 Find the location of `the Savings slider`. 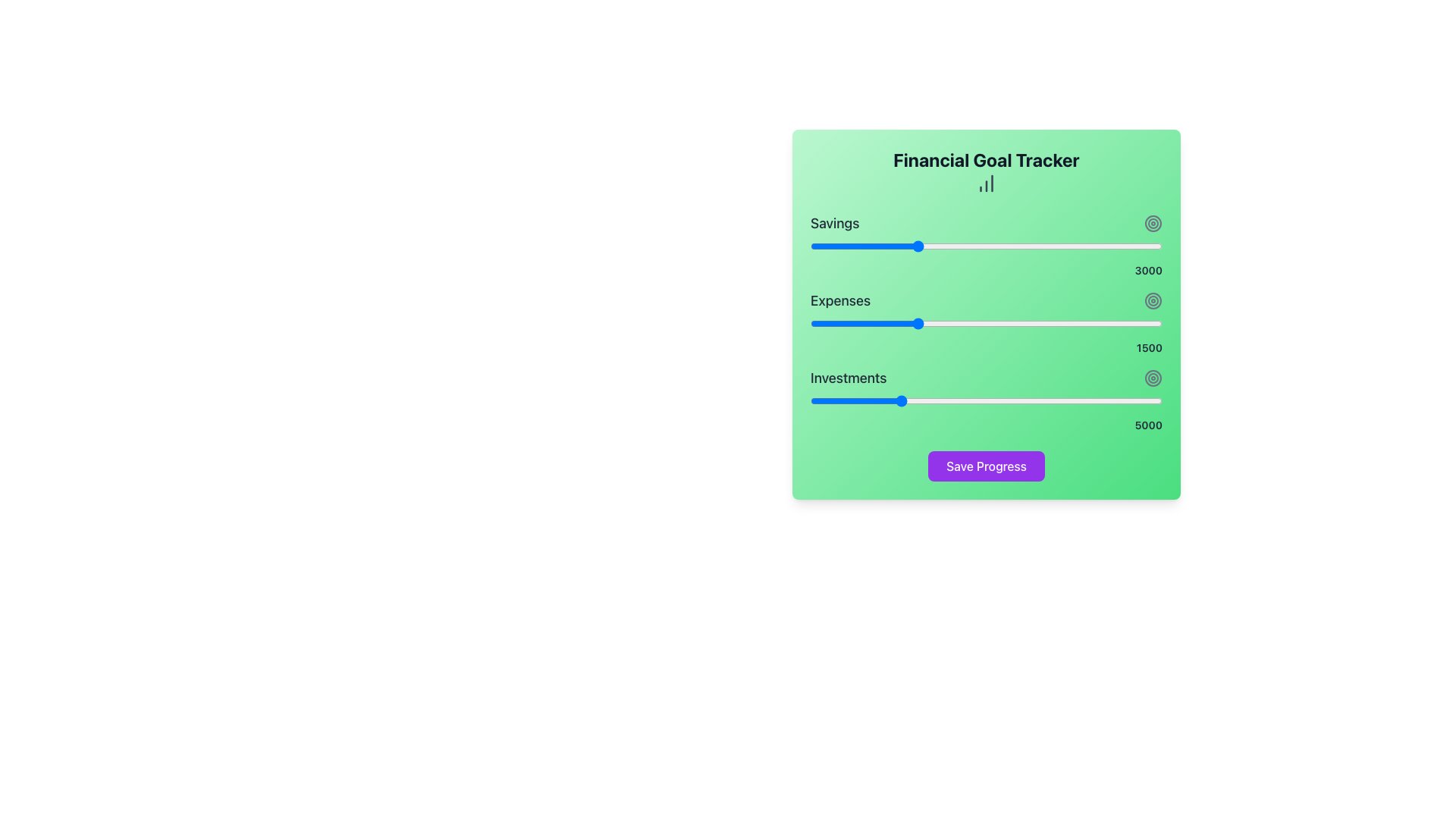

the Savings slider is located at coordinates (1026, 245).